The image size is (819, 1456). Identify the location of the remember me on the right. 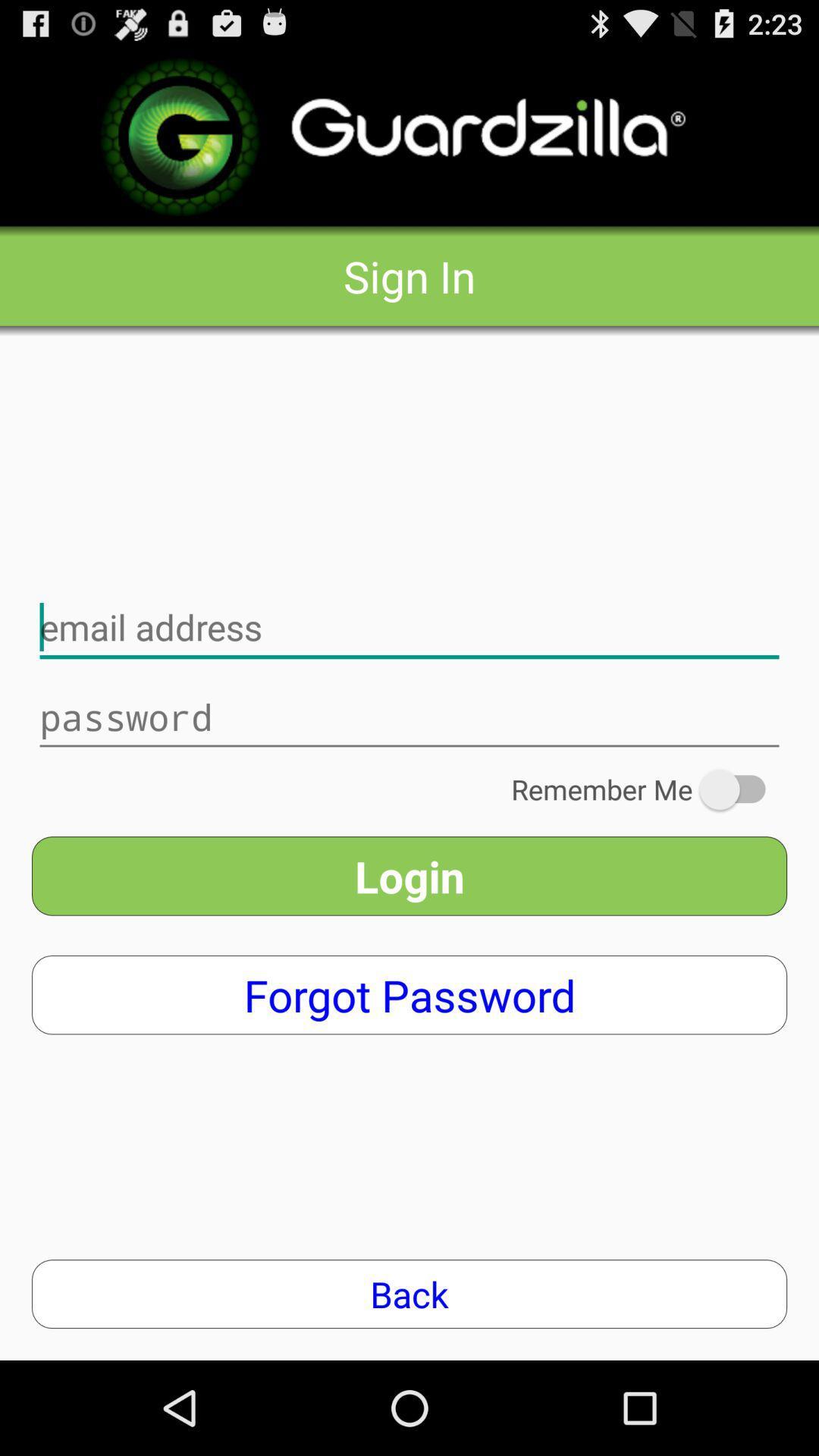
(648, 789).